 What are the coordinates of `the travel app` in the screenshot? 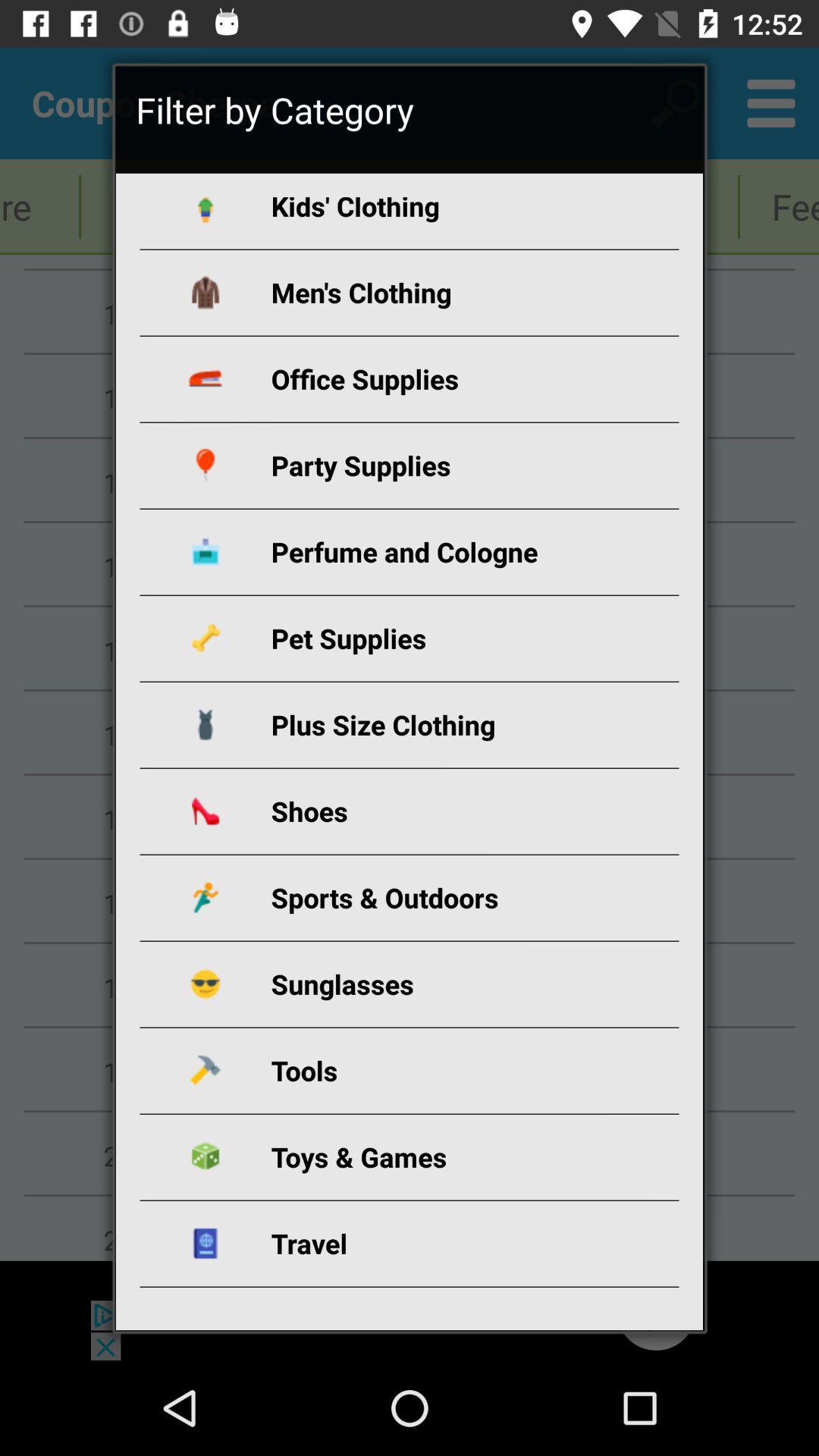 It's located at (427, 1243).